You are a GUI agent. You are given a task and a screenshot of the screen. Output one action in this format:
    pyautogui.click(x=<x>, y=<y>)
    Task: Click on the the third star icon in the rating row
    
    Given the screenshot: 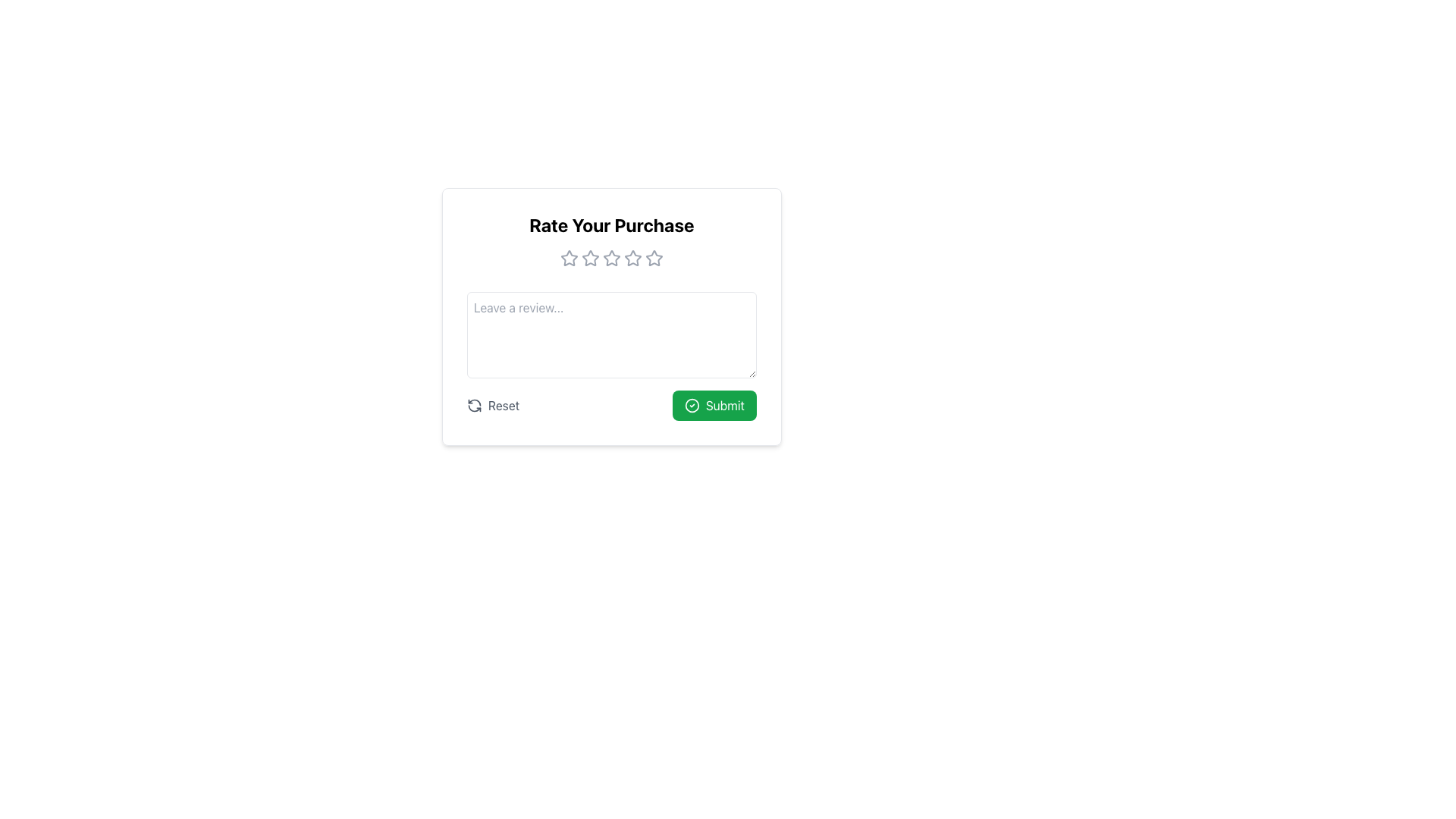 What is the action you would take?
    pyautogui.click(x=589, y=257)
    